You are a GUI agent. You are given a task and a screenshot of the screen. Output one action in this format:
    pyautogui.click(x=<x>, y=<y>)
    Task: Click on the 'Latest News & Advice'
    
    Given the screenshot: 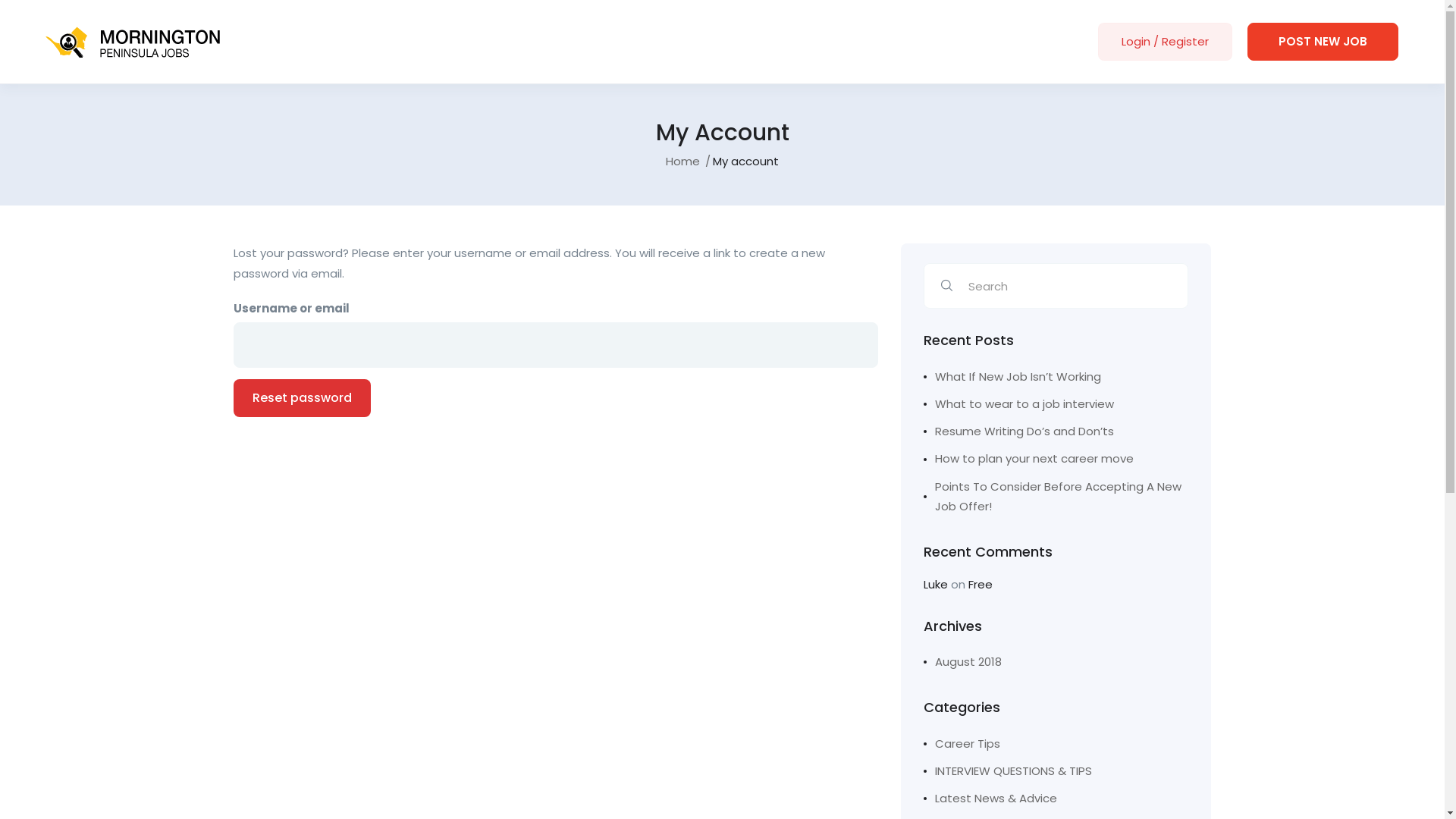 What is the action you would take?
    pyautogui.click(x=990, y=798)
    